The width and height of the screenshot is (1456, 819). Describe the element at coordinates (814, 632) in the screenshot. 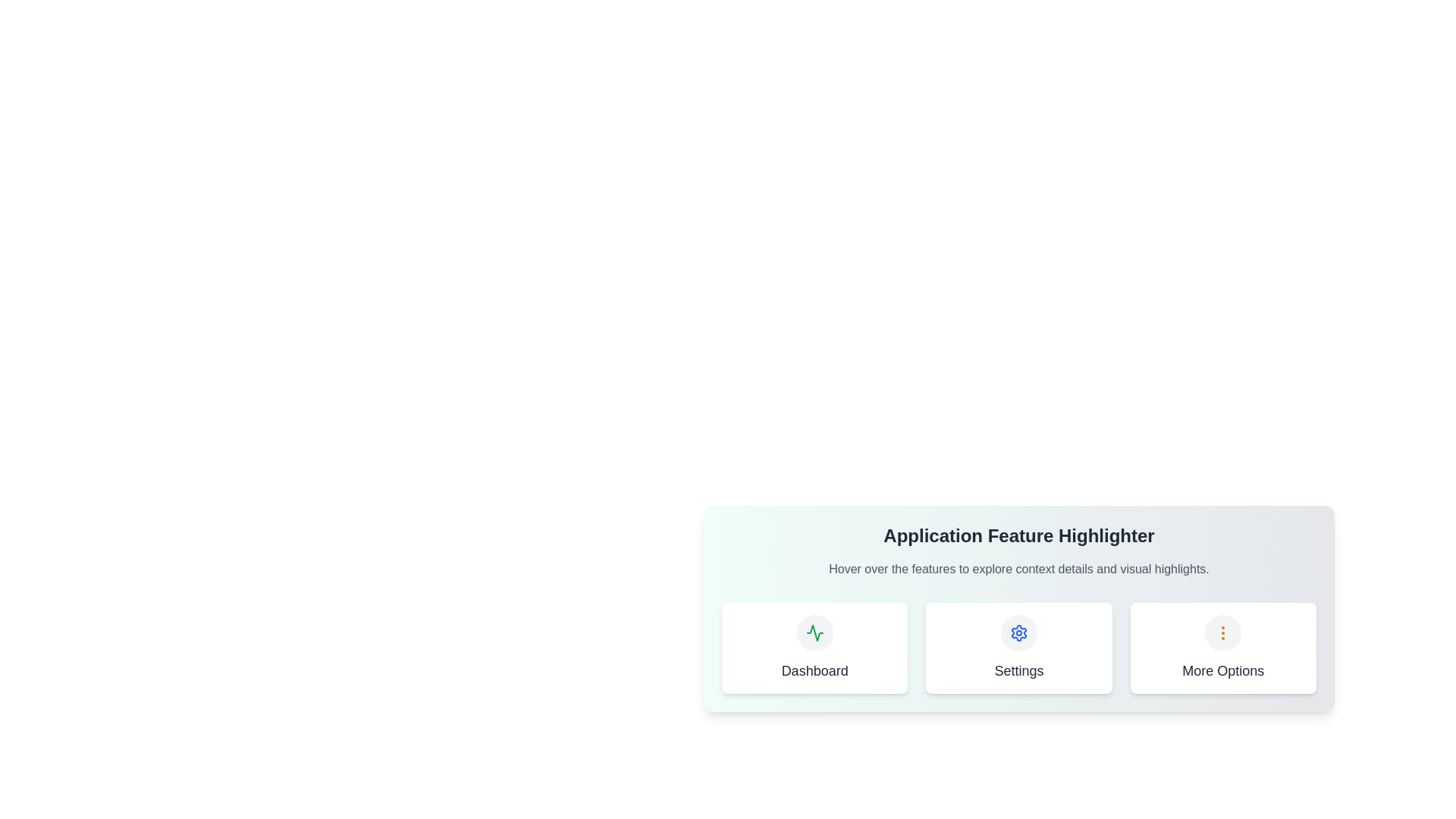

I see `the green waveform-like activity indicator icon located inside the 'Dashboard' button` at that location.